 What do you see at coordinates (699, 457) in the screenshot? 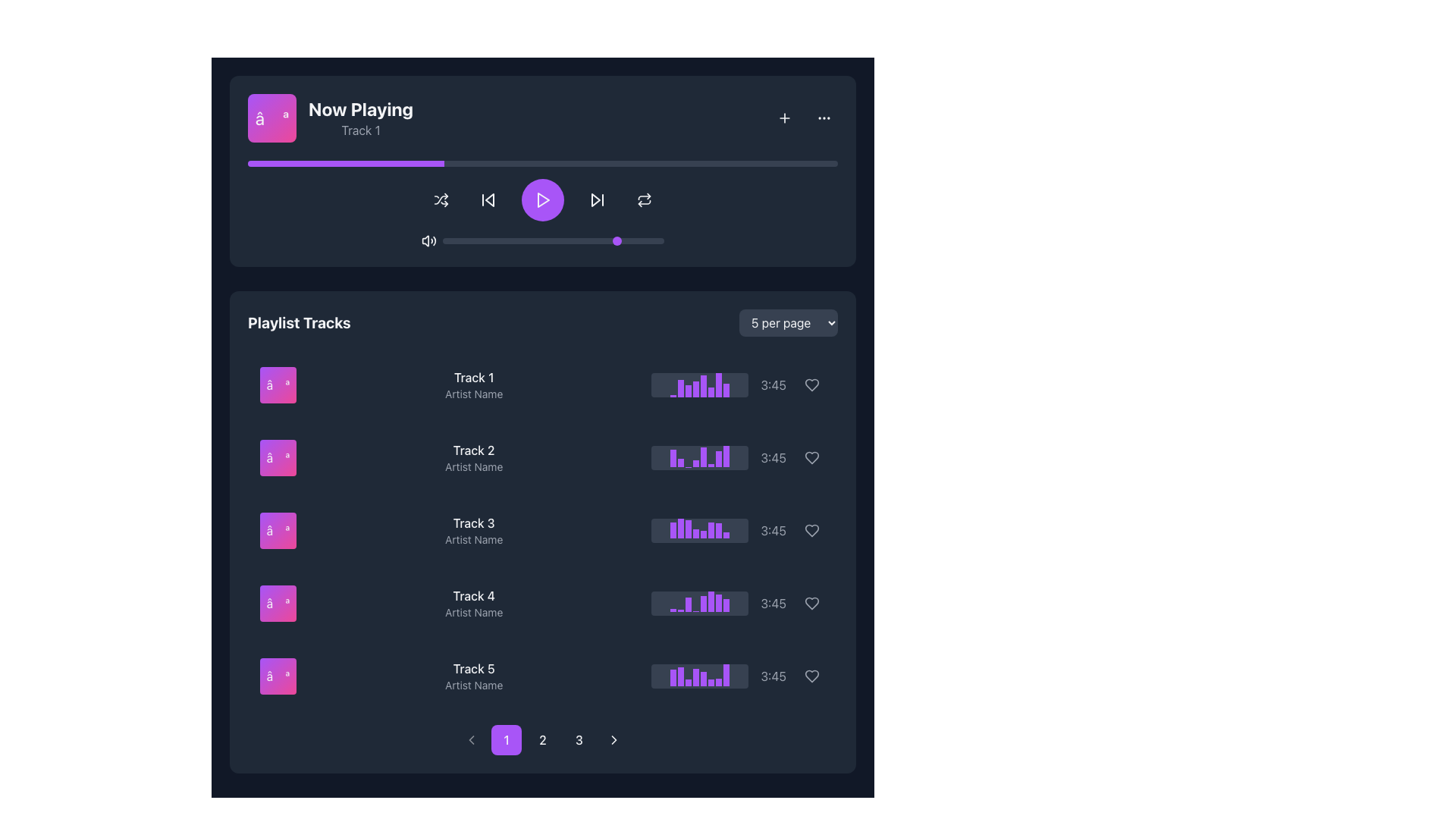
I see `the horizontal bar graph with purple vertical bars located in the second row under the 'Playlist Tracks' section, positioned to the right of 'Track 2' and to the left of '3:45'` at bounding box center [699, 457].